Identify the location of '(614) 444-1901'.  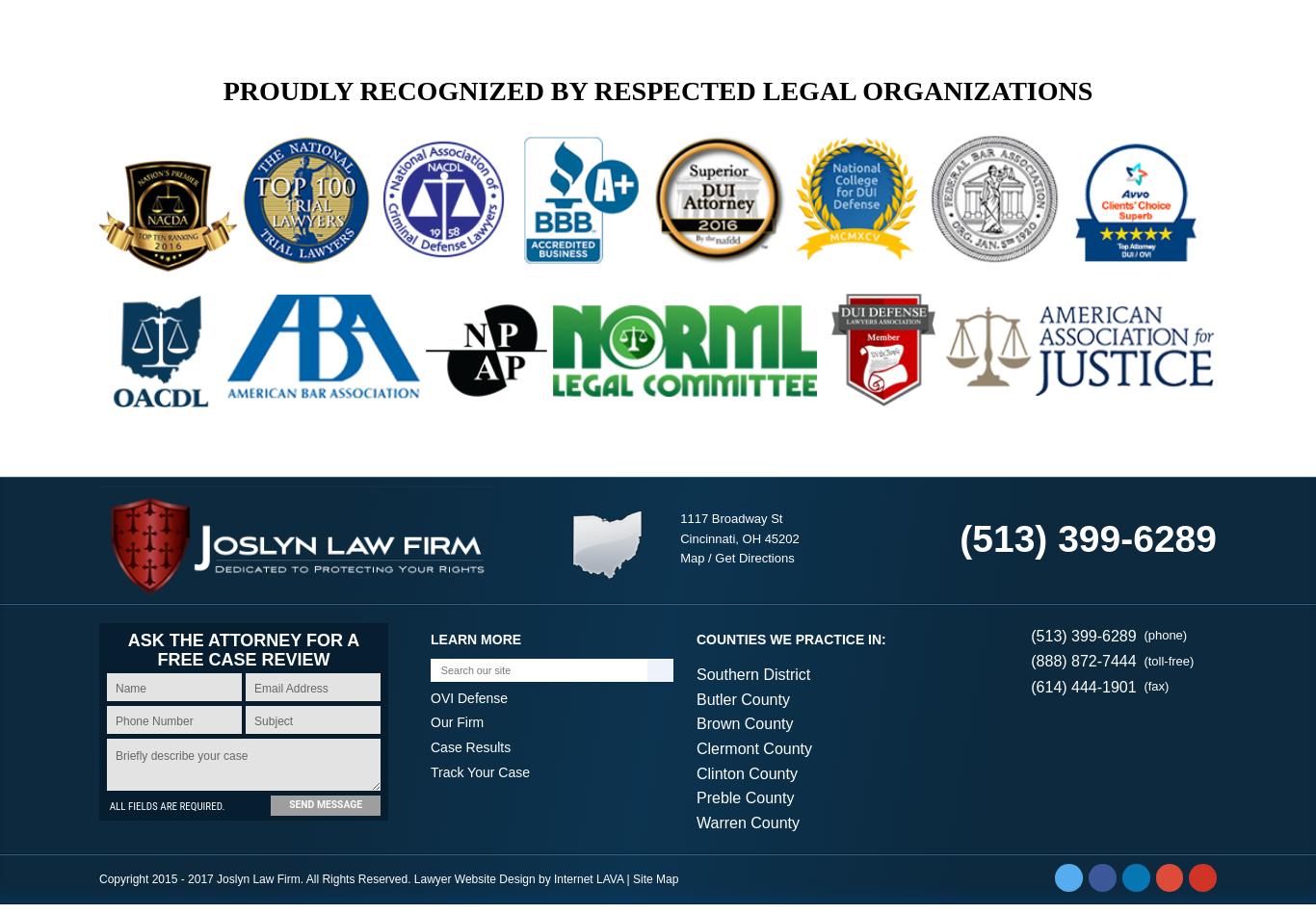
(1082, 696).